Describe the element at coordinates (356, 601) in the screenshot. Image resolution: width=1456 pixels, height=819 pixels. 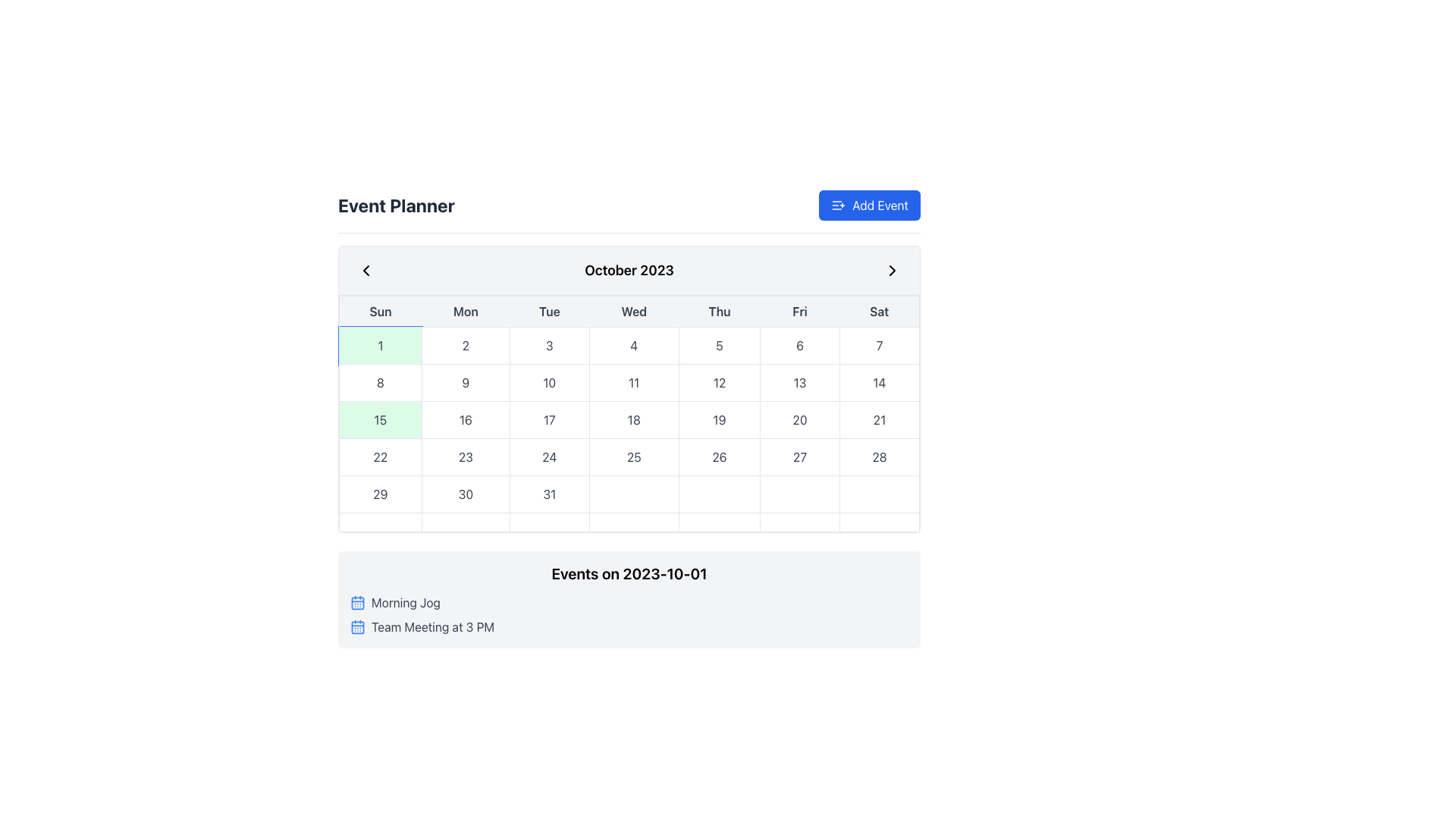
I see `the blue calendar icon located inside the 'Morning Jog' entry box, positioned on the far left adjacent to the descriptive text` at that location.